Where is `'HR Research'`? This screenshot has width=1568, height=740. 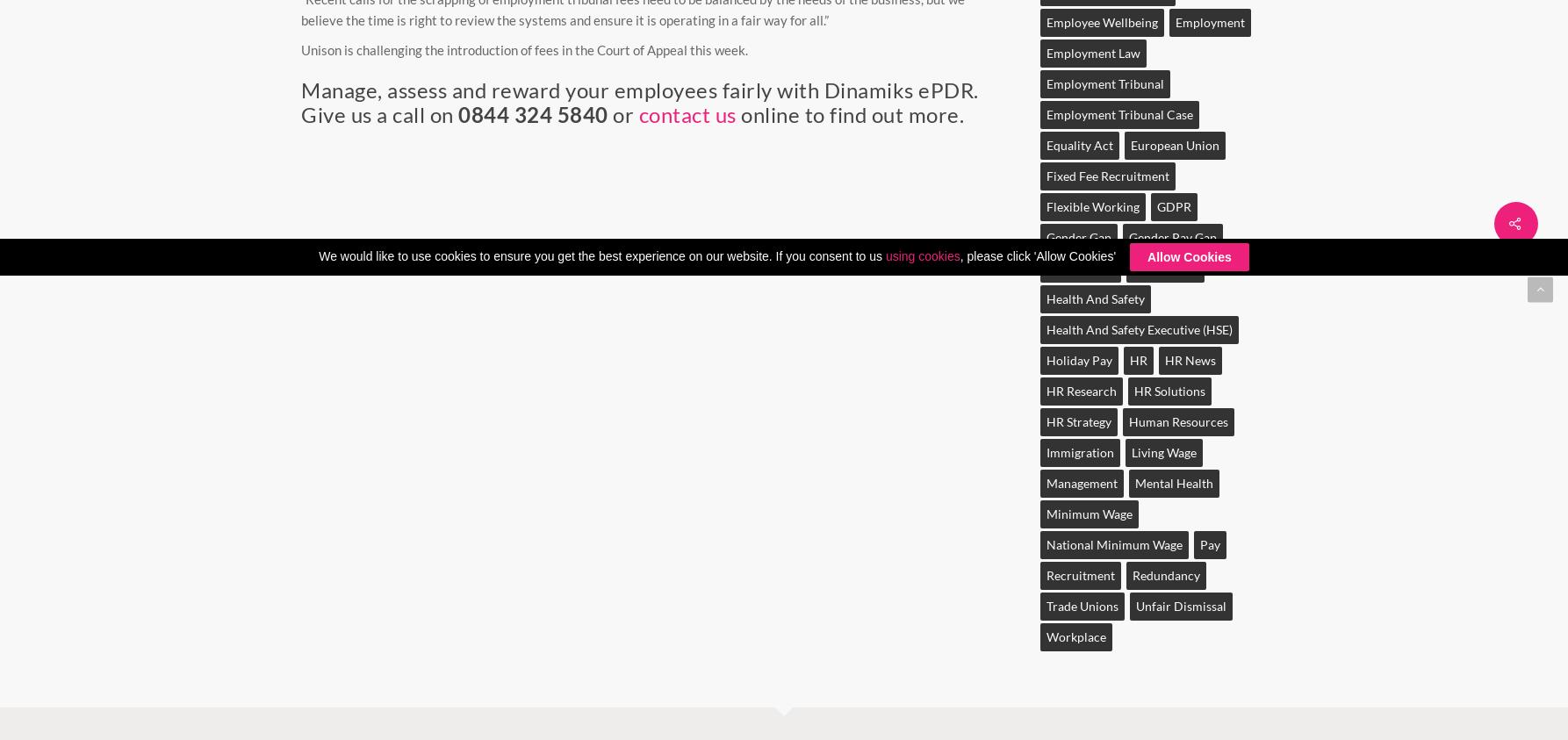 'HR Research' is located at coordinates (1080, 391).